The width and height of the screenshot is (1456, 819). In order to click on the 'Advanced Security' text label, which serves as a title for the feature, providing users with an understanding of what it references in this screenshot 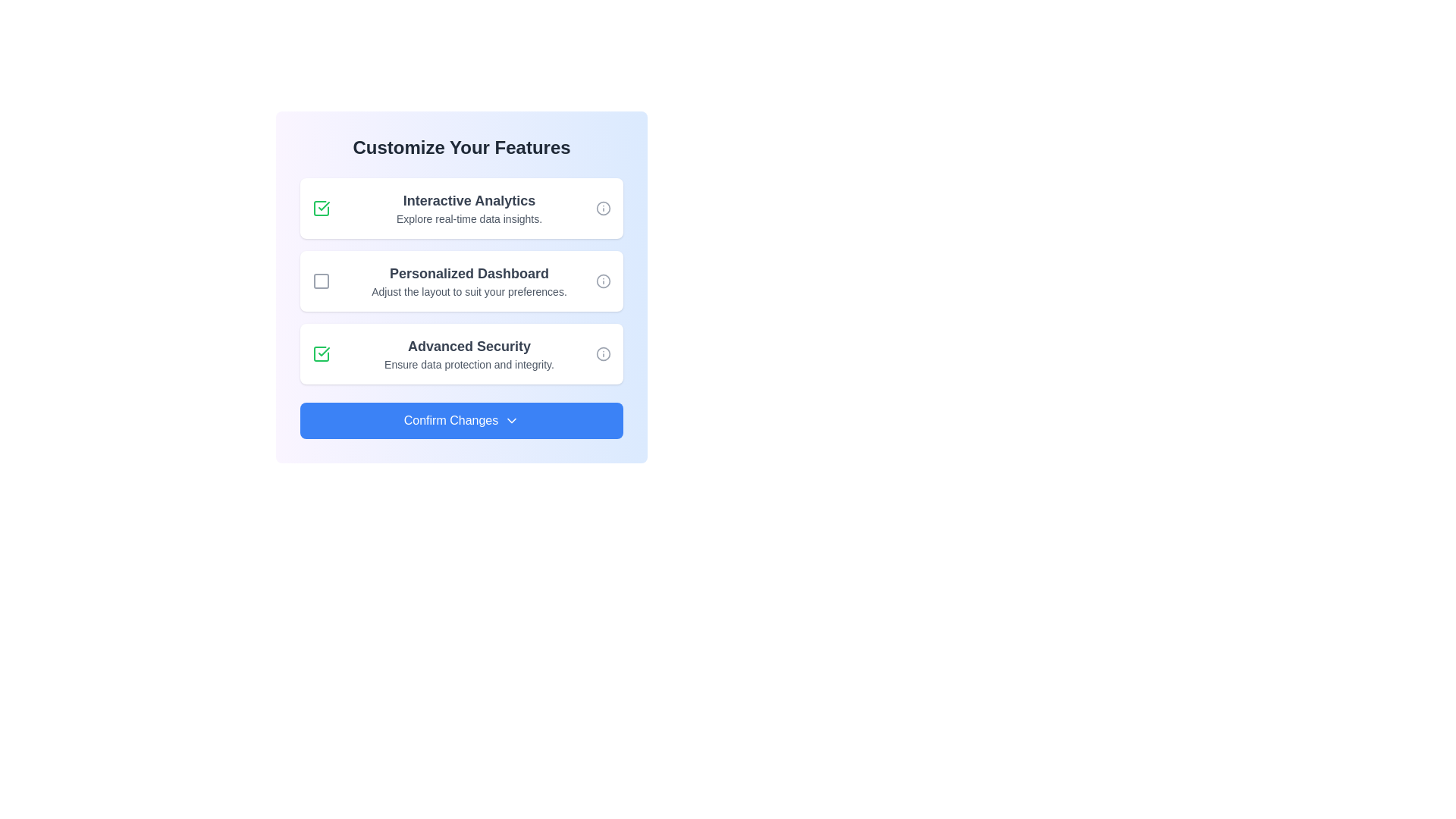, I will do `click(469, 346)`.